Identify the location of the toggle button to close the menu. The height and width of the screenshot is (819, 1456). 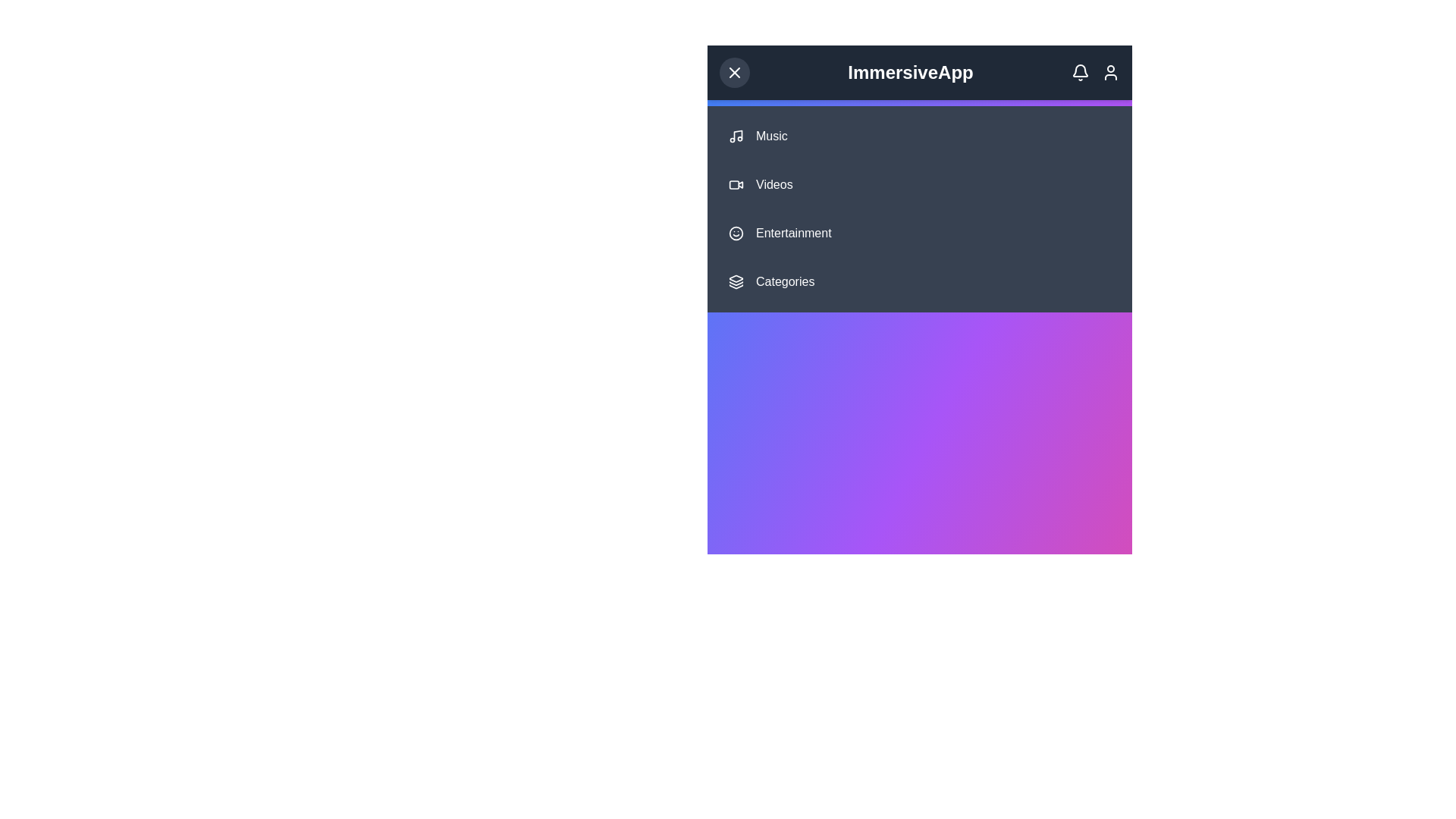
(735, 73).